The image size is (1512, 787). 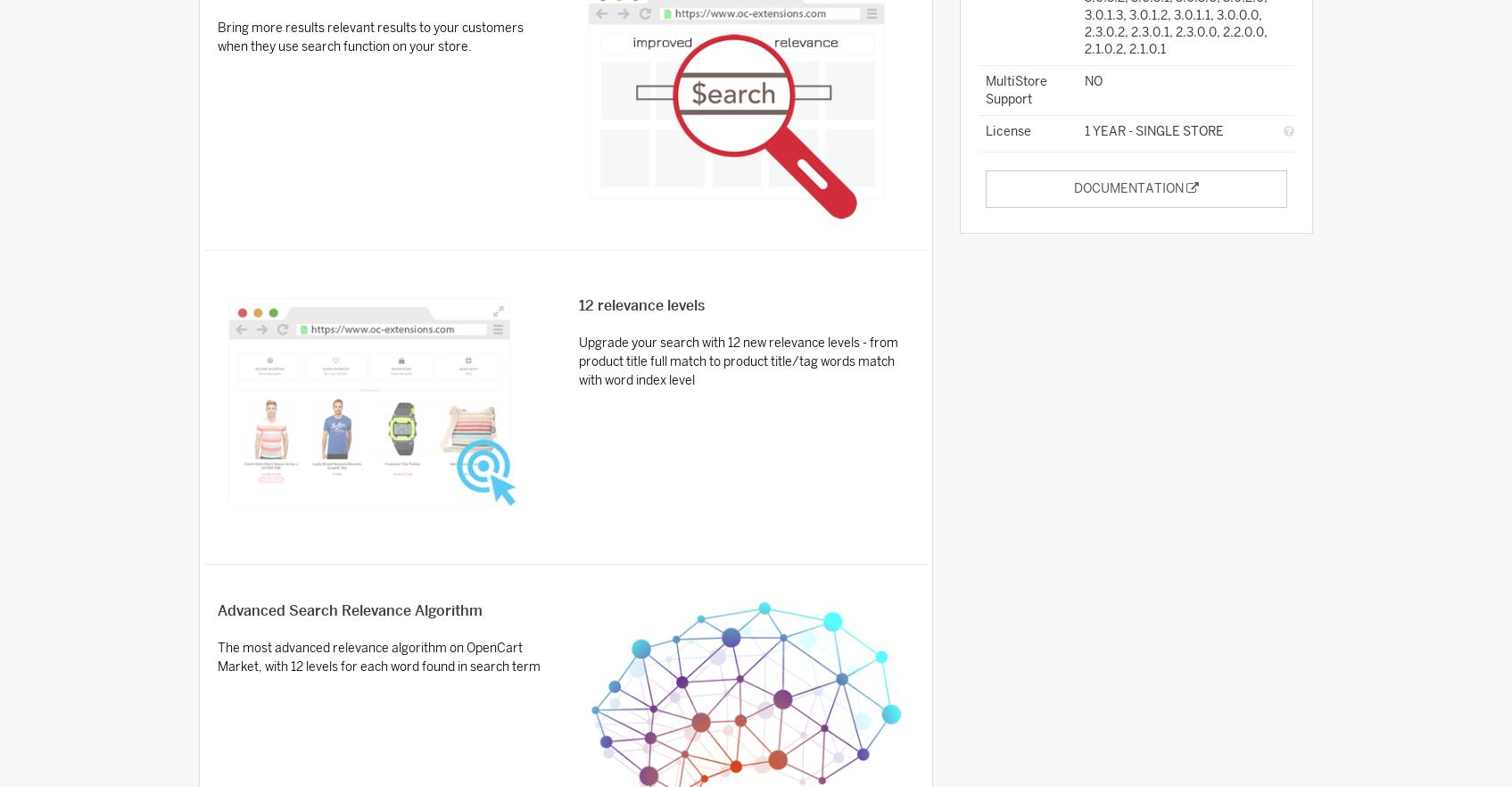 What do you see at coordinates (739, 360) in the screenshot?
I see `'Upgrade your search with 12 new relevance levels - from product title full match to product title/tag words match with word index level'` at bounding box center [739, 360].